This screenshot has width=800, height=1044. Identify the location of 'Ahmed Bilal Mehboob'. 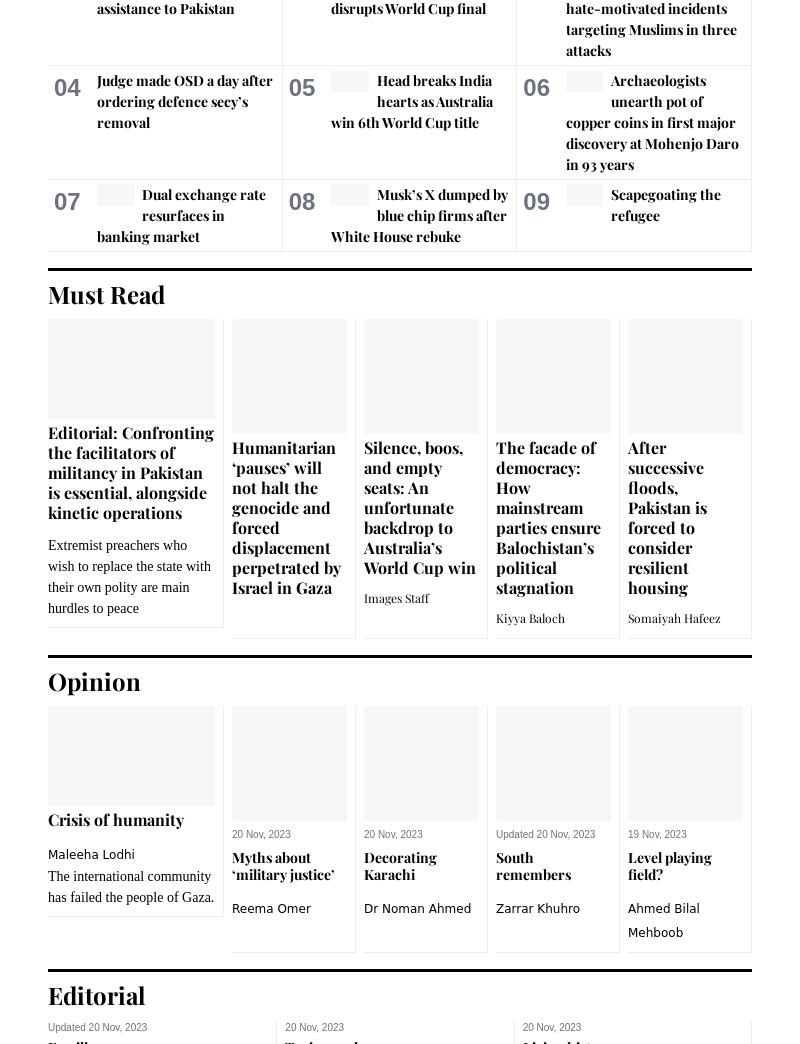
(662, 918).